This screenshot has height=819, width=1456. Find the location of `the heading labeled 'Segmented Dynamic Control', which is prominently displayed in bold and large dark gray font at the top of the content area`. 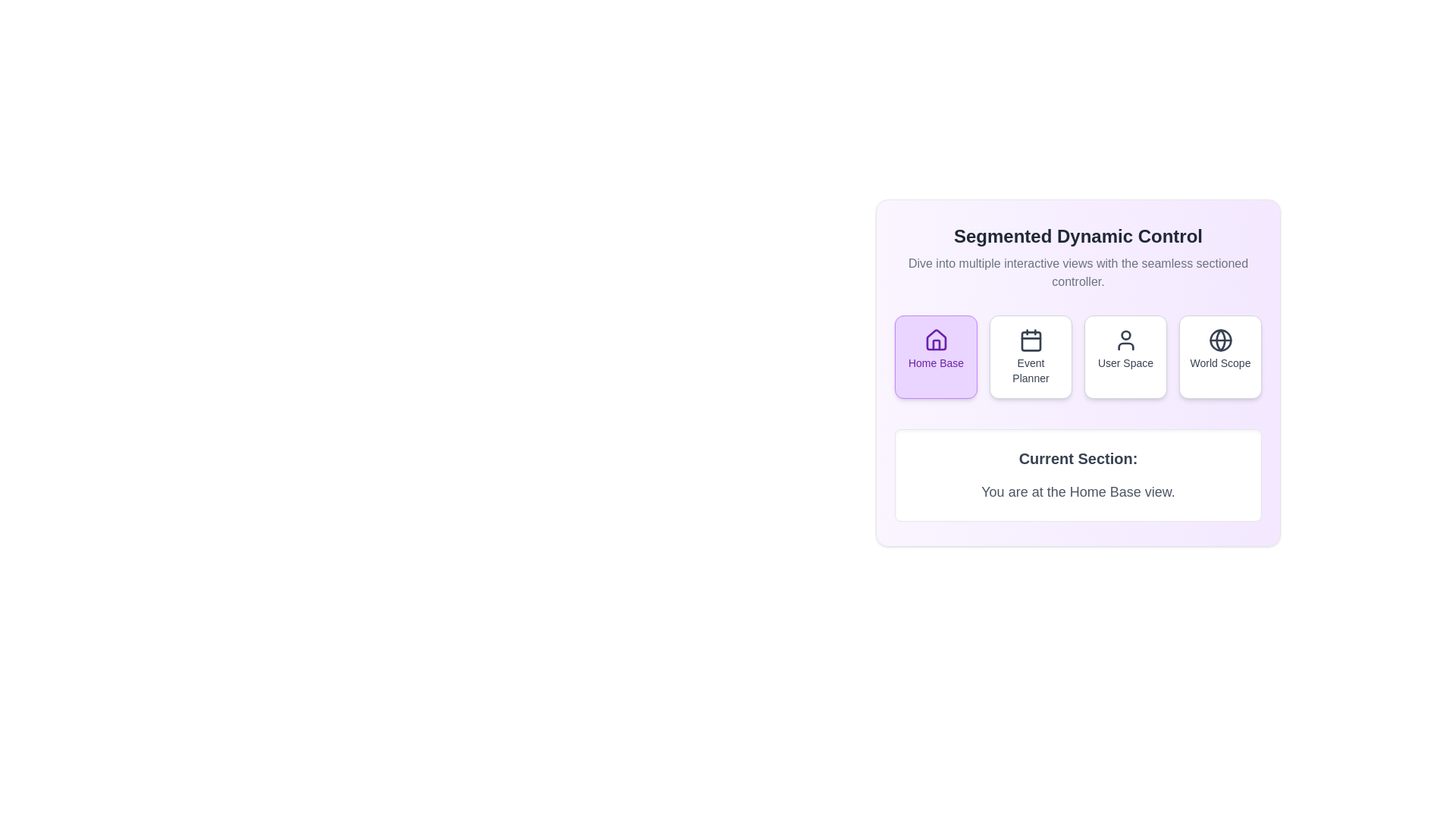

the heading labeled 'Segmented Dynamic Control', which is prominently displayed in bold and large dark gray font at the top of the content area is located at coordinates (1077, 237).